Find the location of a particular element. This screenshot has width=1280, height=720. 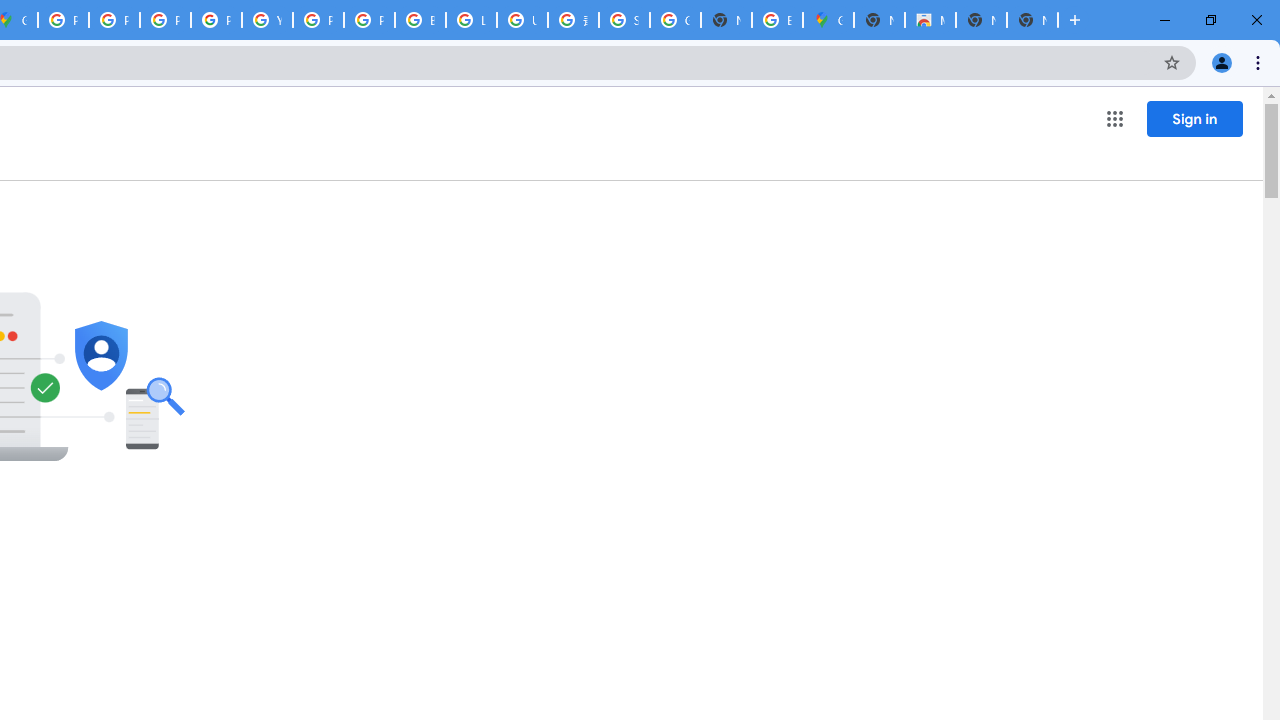

'New Tab' is located at coordinates (1032, 20).